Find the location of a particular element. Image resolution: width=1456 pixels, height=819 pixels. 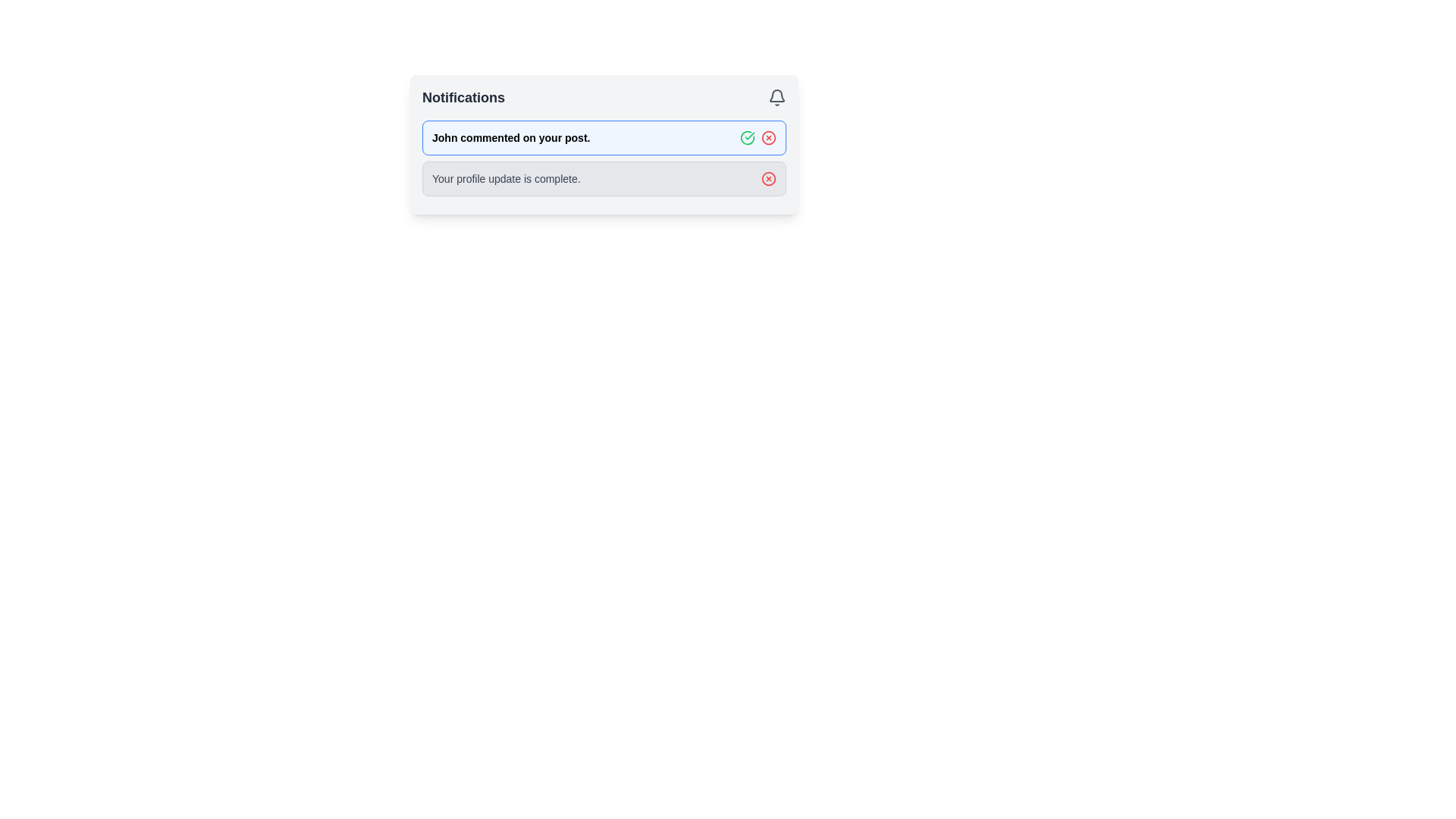

the circular green icon with a checkmark inside, located adjacent to the text 'John commented on your post.' in the notification pane for keyboard navigation support is located at coordinates (747, 137).